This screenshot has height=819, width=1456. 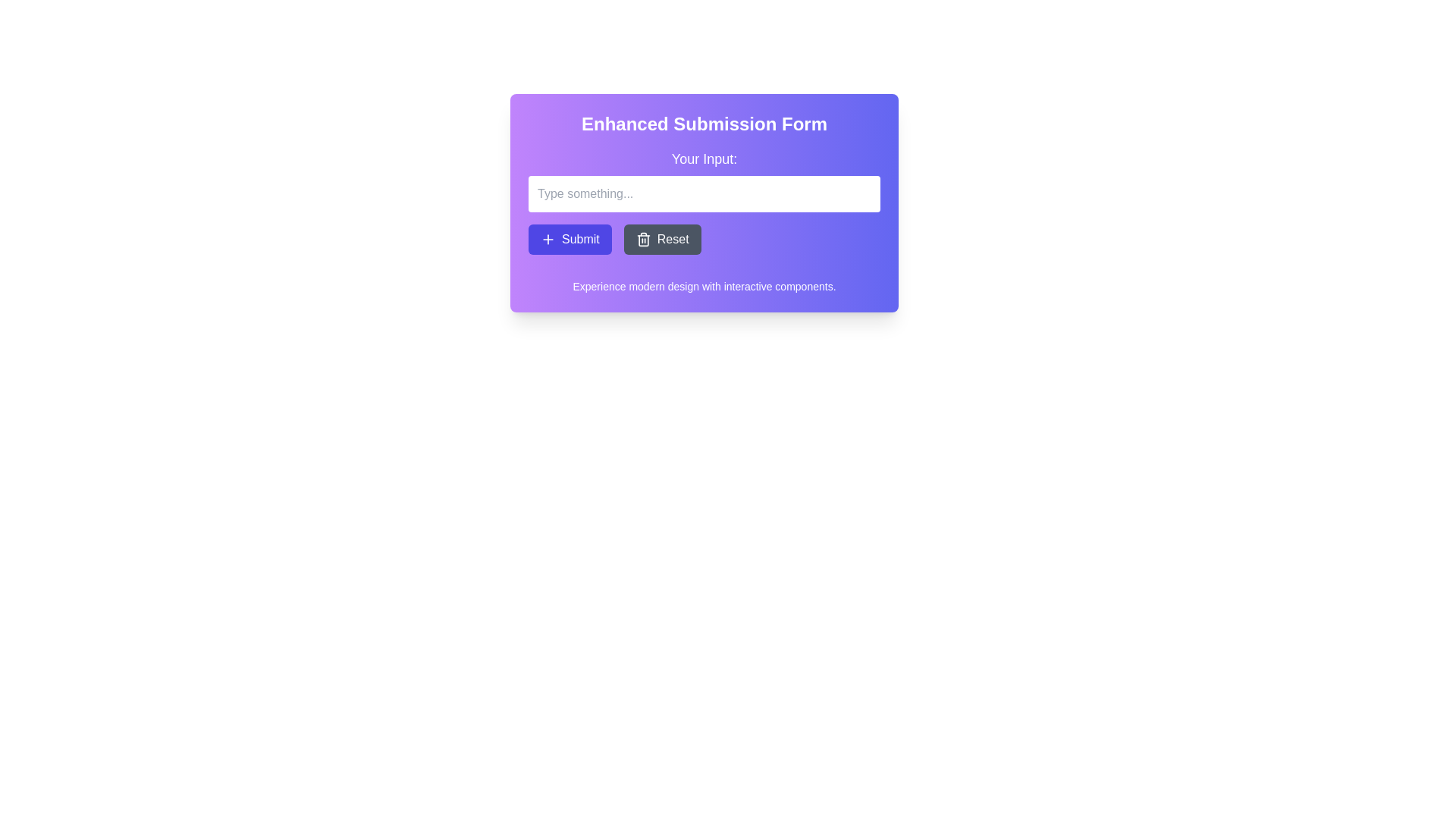 What do you see at coordinates (704, 287) in the screenshot?
I see `the static text element that reads 'Experience modern design with interactive components.' positioned at the bottom-center of a gradient card` at bounding box center [704, 287].